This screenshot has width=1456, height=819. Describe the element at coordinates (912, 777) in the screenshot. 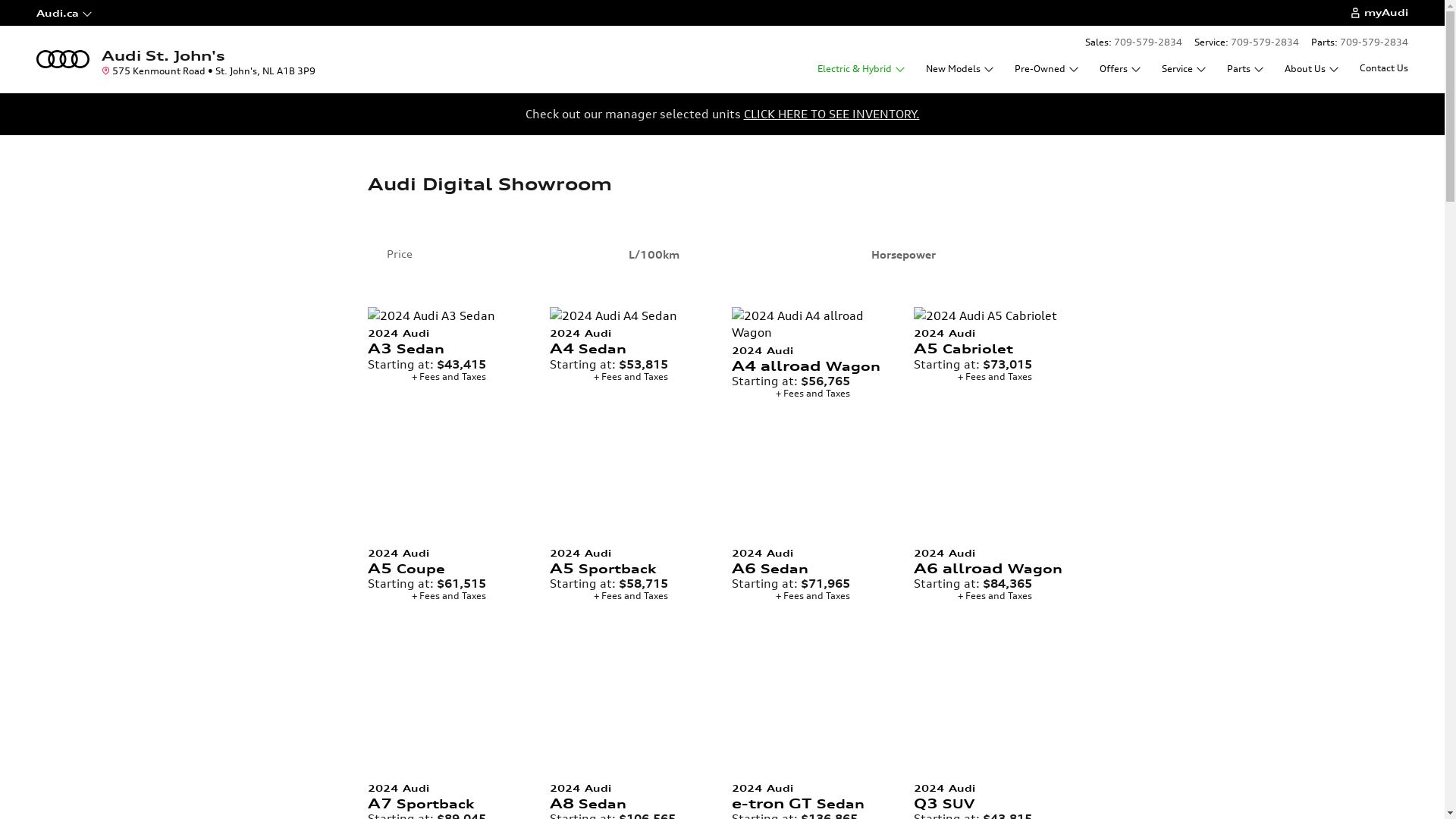

I see `'2024 Audi Q3 SUV '` at that location.